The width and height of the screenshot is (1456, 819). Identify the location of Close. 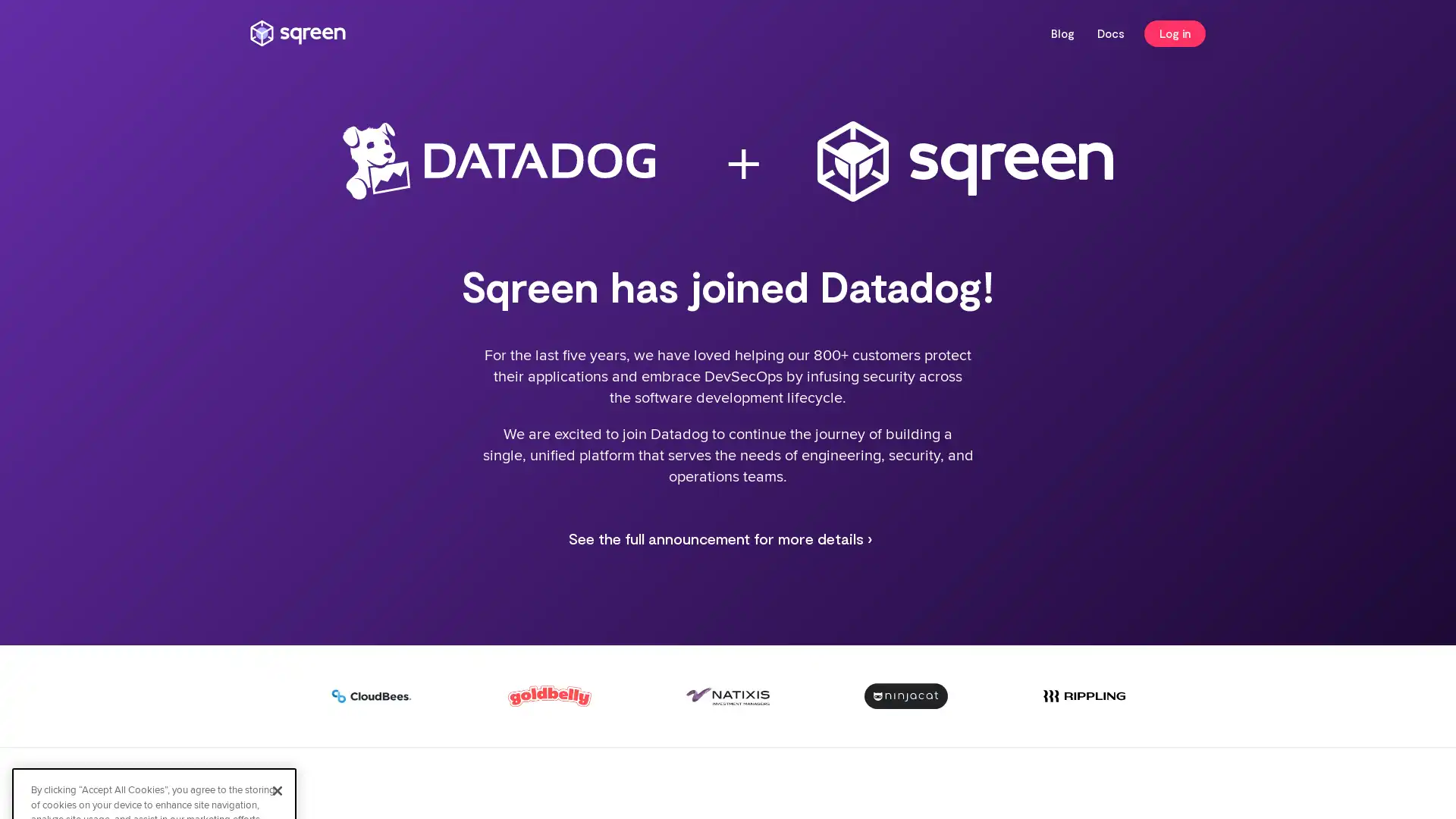
(277, 645).